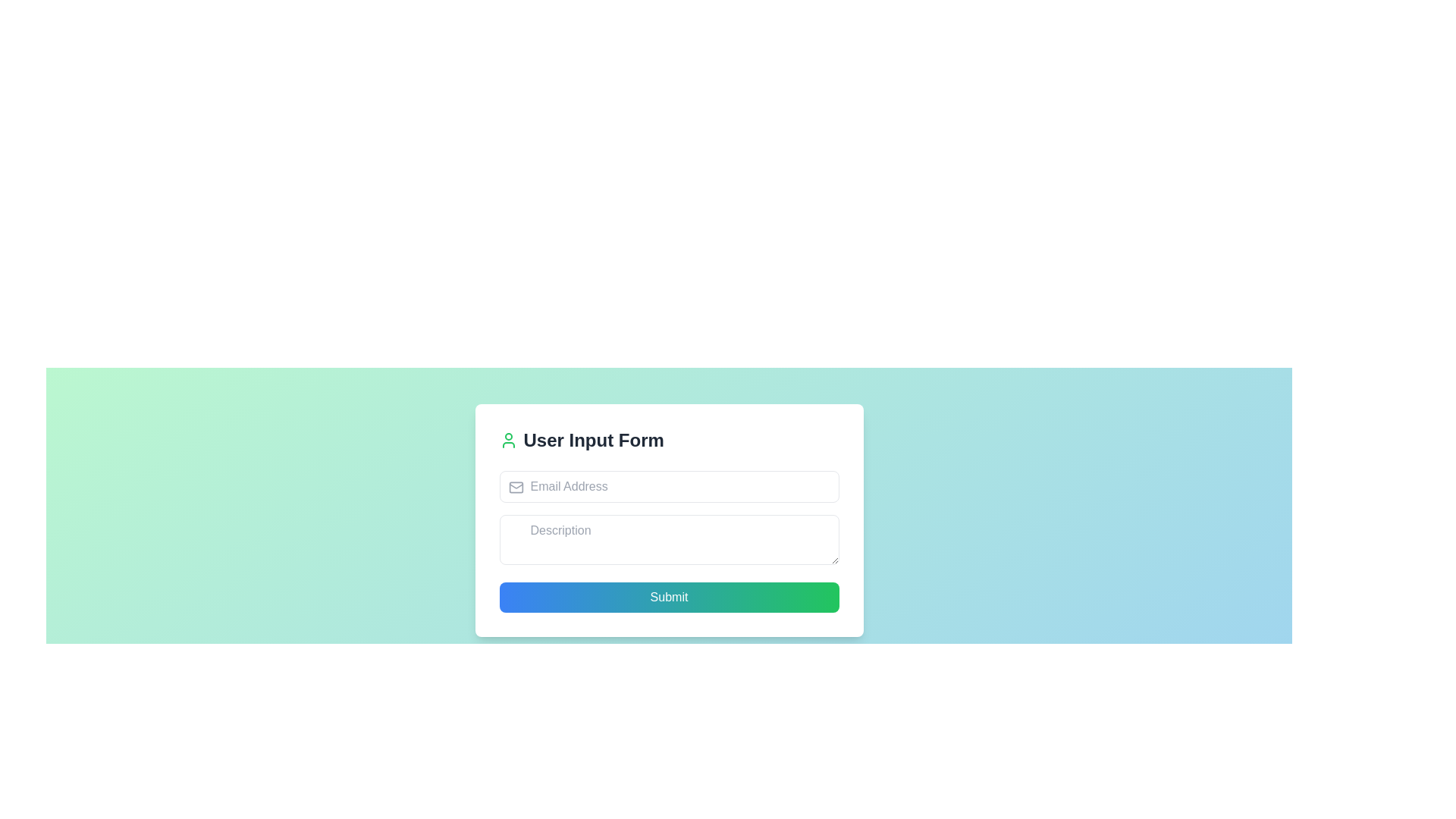  Describe the element at coordinates (668, 519) in the screenshot. I see `within the 'User Input Form' dialog box to enter data into the 'Email Address' or 'Description' fields` at that location.